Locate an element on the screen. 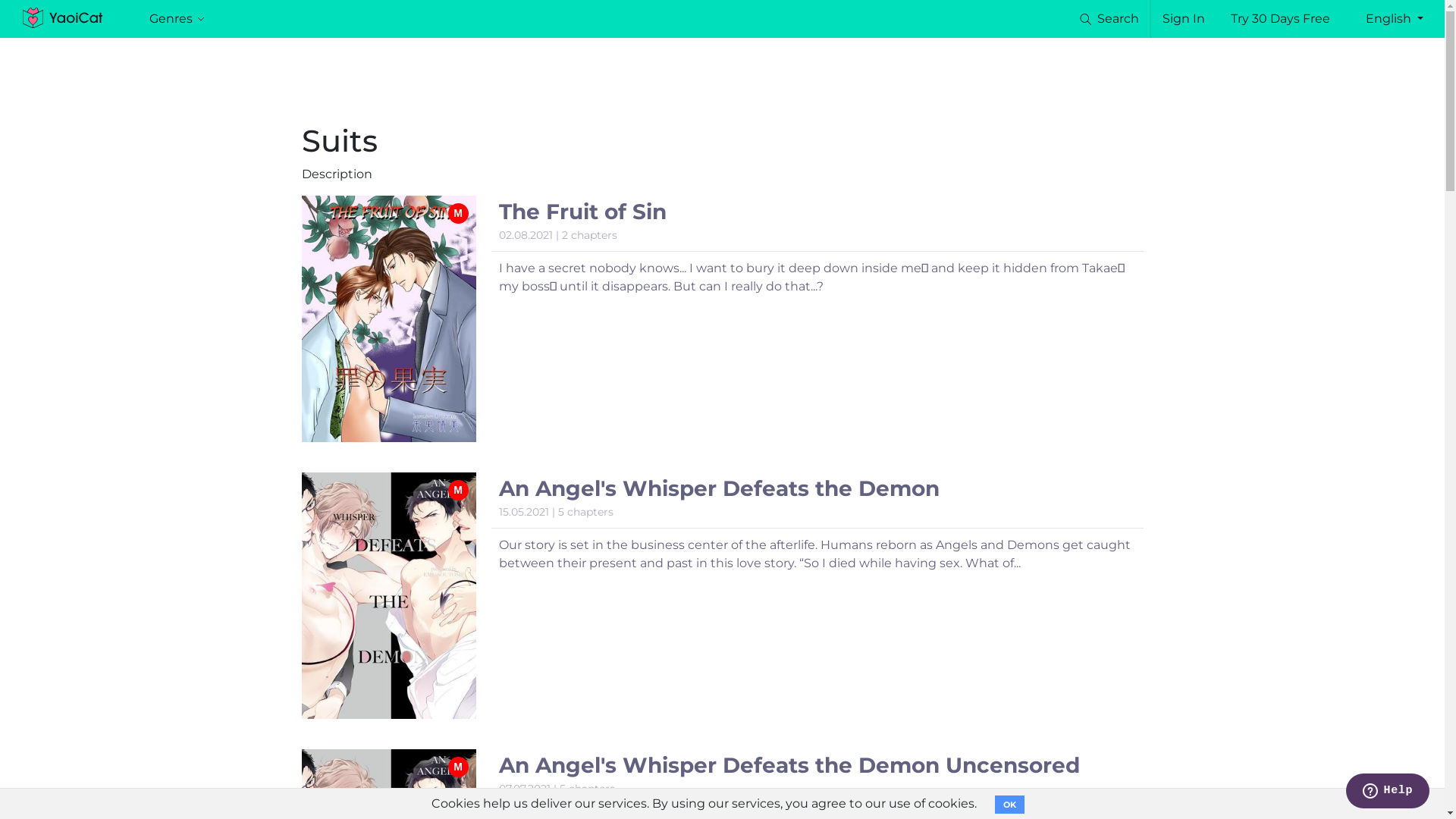 Image resolution: width=1456 pixels, height=819 pixels. 'OK' is located at coordinates (1009, 803).